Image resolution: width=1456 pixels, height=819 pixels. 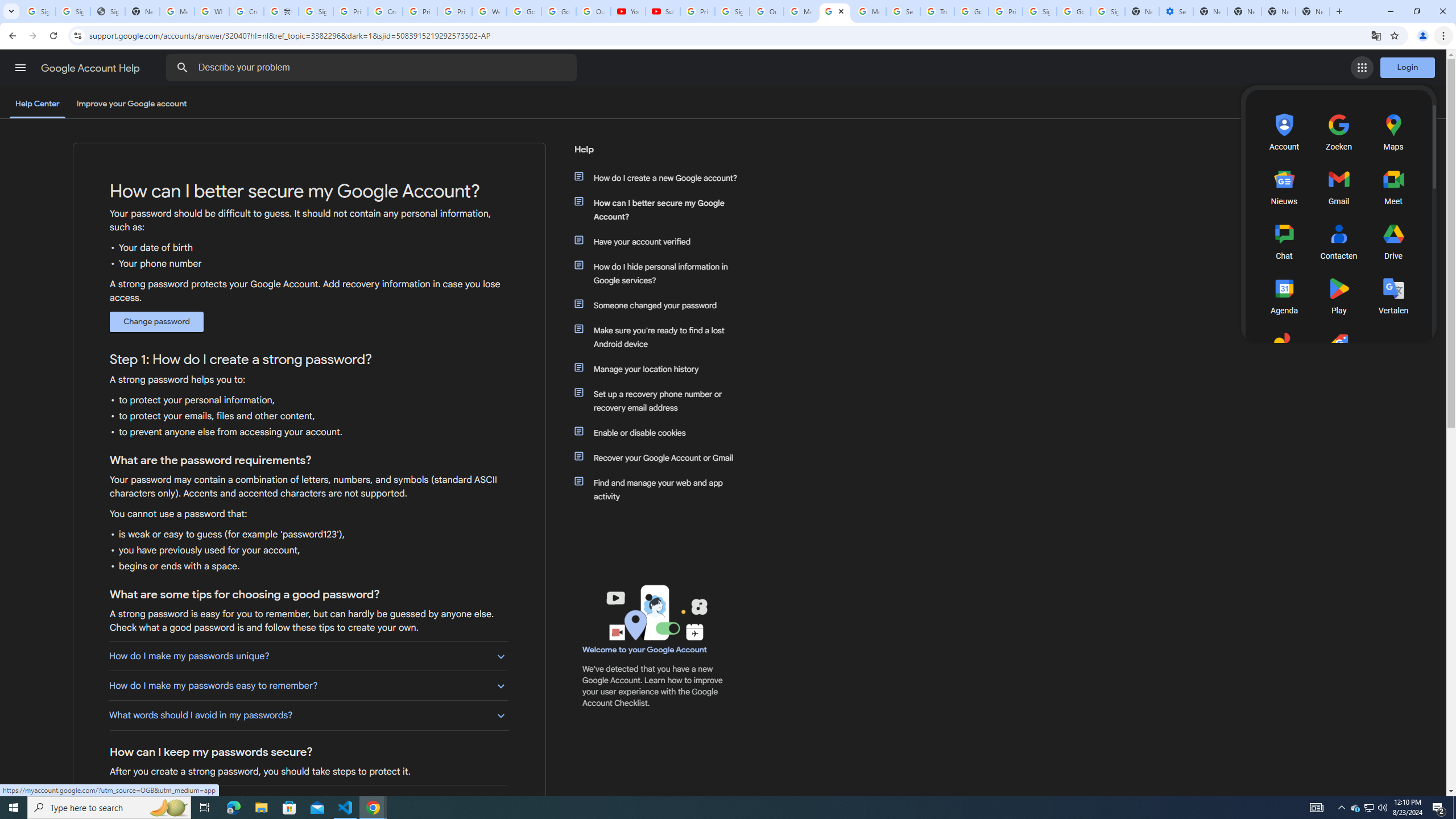 I want to click on 'Help Center', so click(x=37, y=103).